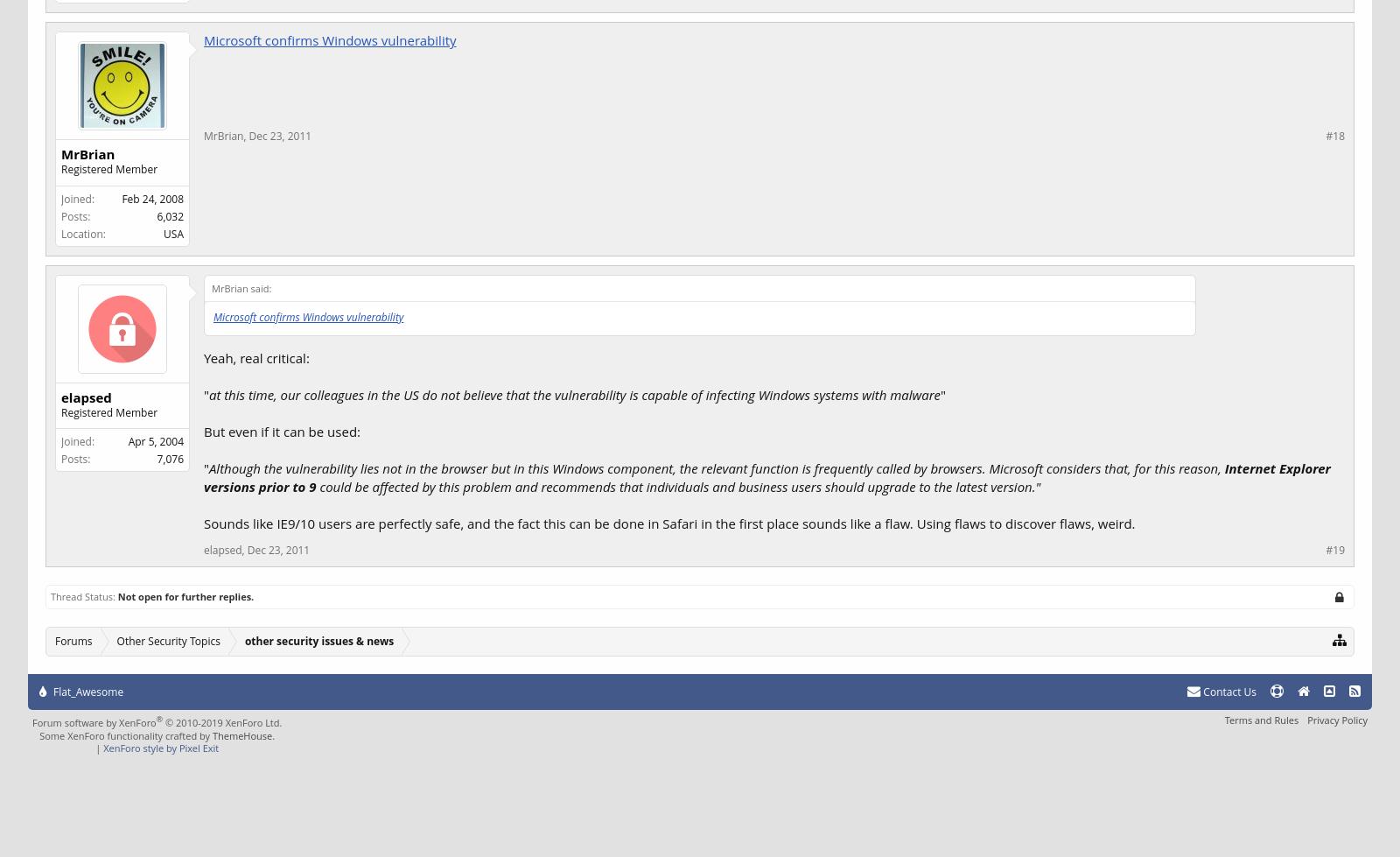  I want to click on 'Not open for further replies.', so click(185, 594).